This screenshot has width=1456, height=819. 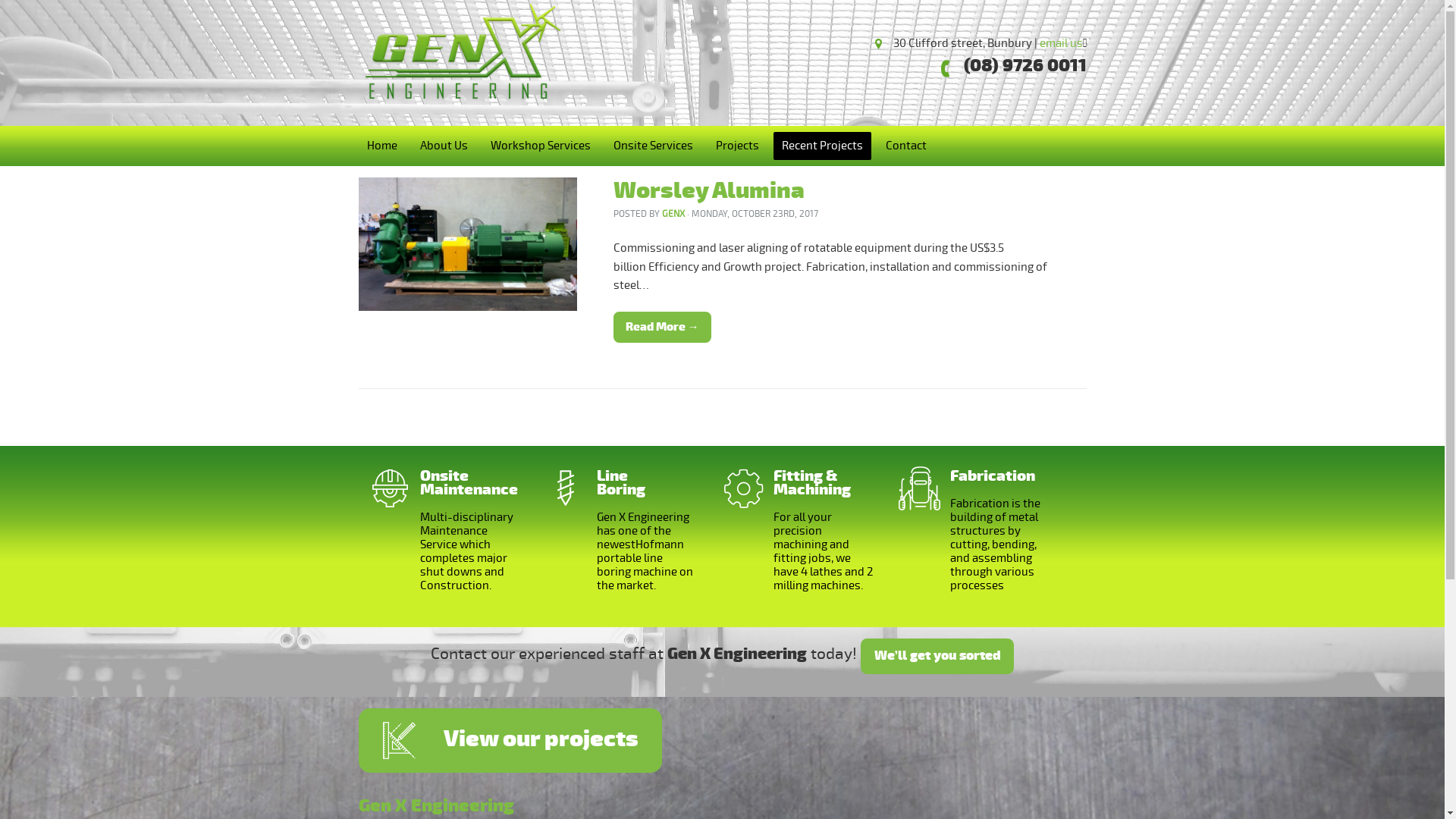 What do you see at coordinates (905, 146) in the screenshot?
I see `'Contact'` at bounding box center [905, 146].